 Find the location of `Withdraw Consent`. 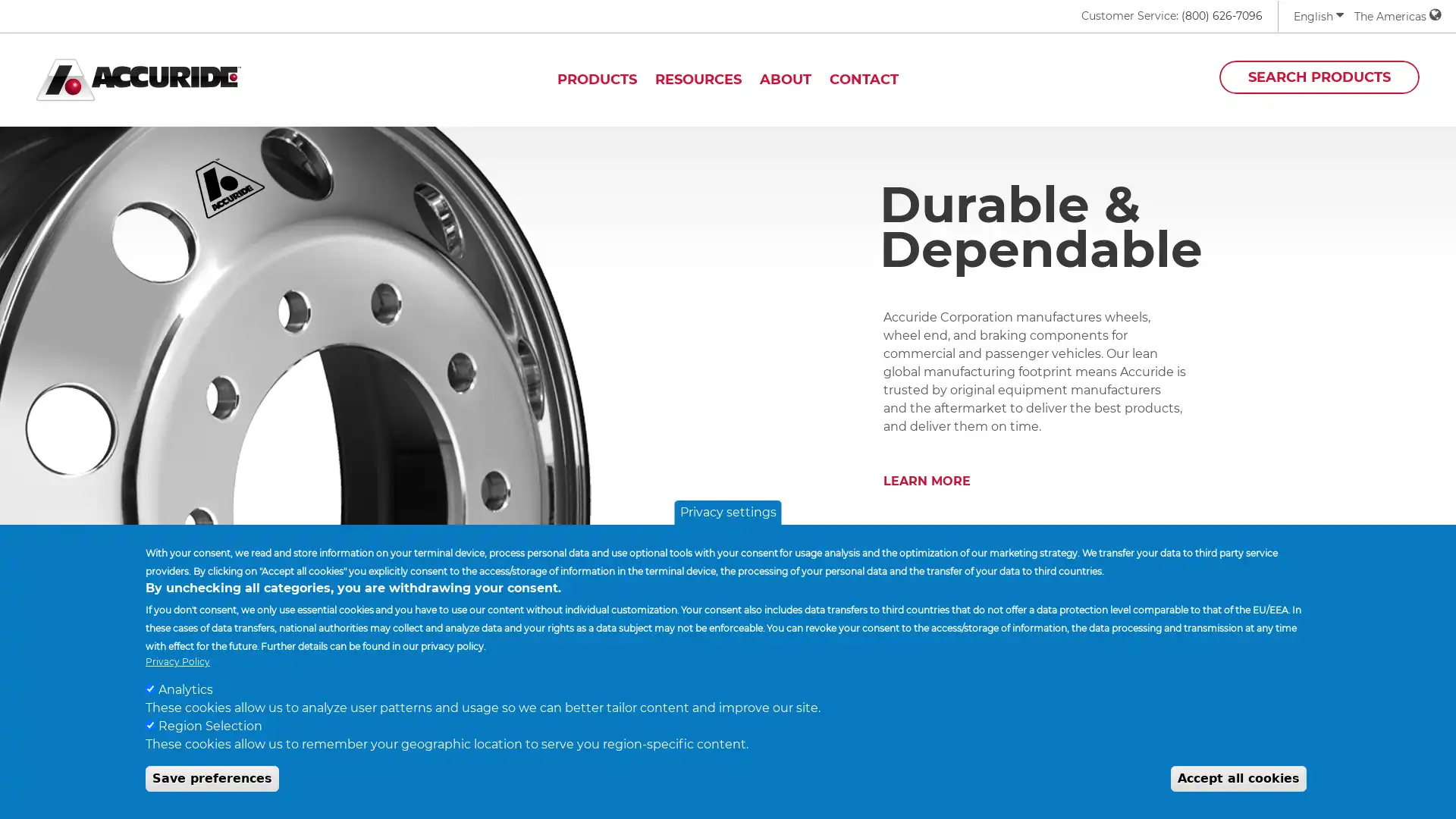

Withdraw Consent is located at coordinates (1316, 769).